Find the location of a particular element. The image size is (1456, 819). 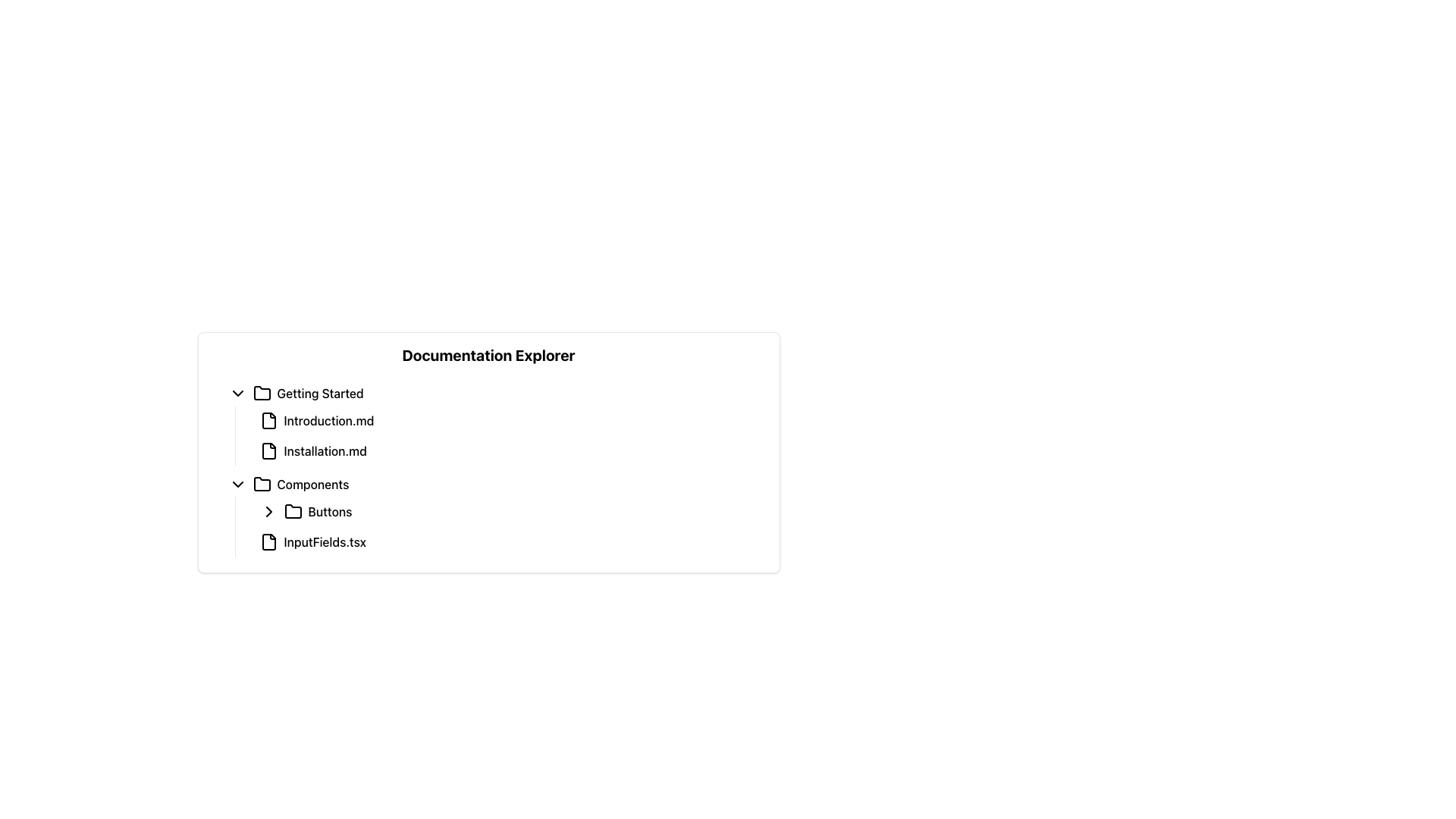

the right-pointing chevron SVG icon is located at coordinates (268, 512).